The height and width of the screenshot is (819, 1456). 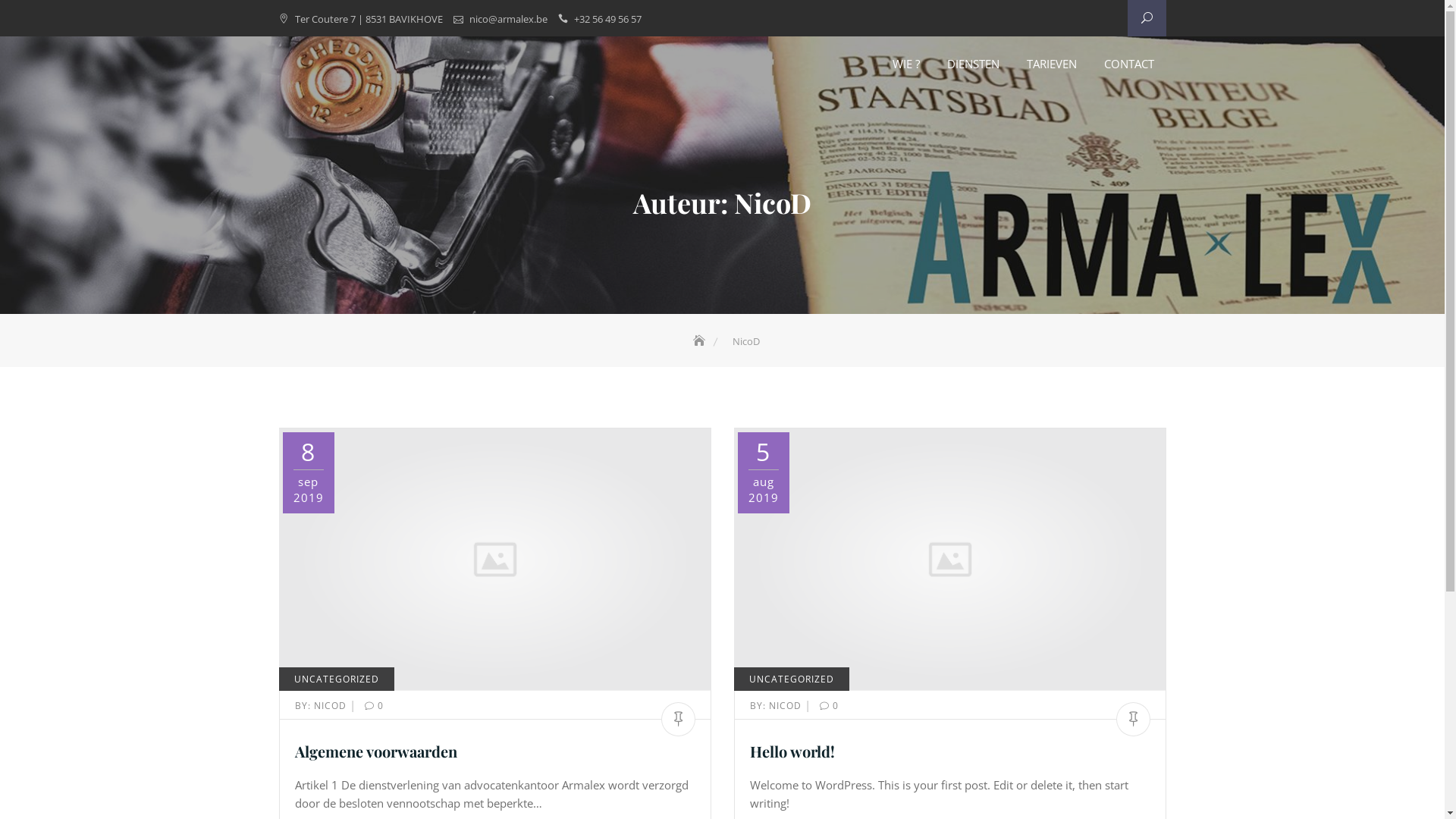 I want to click on 'Home', so click(x=699, y=341).